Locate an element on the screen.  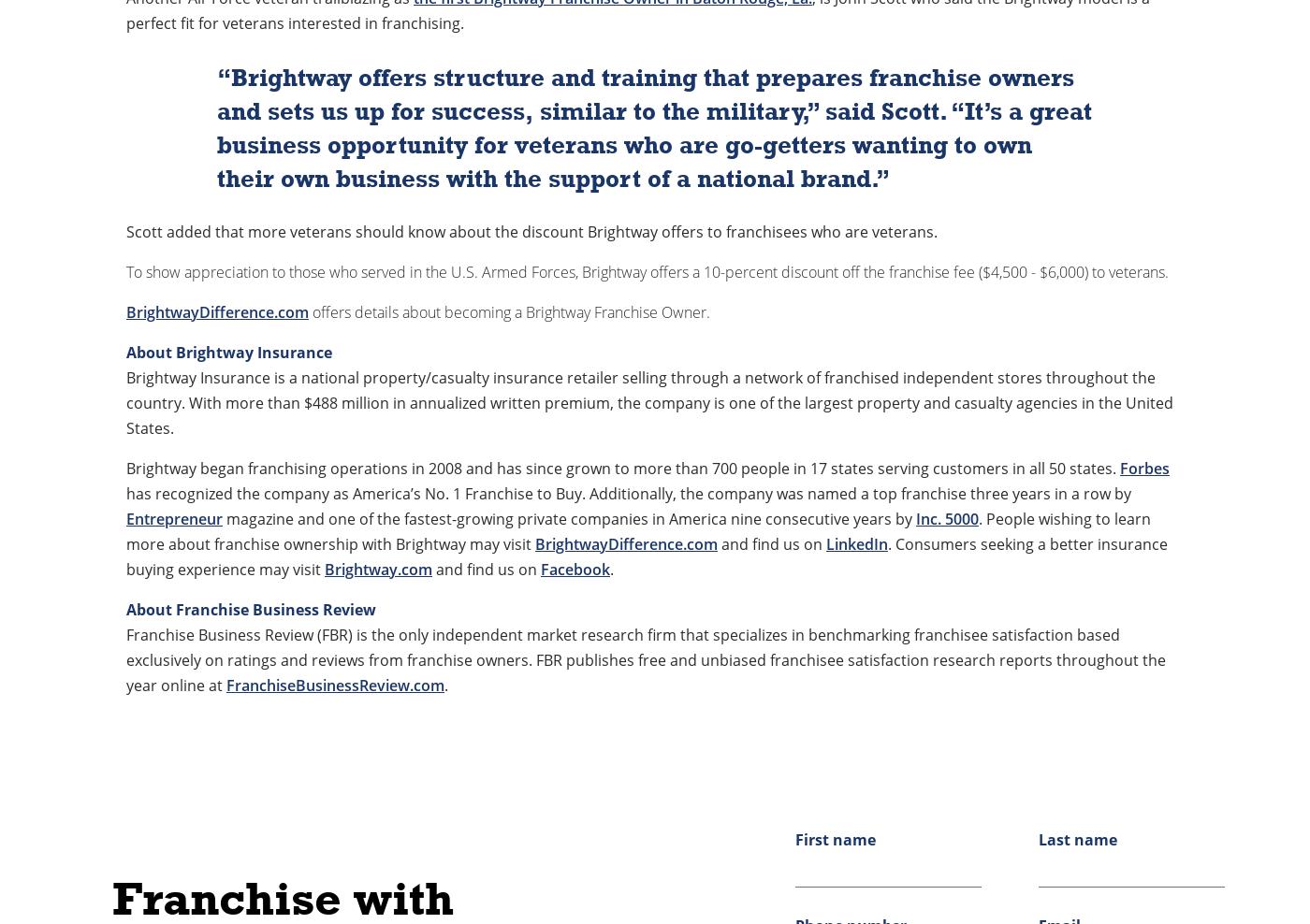
'Facebook' is located at coordinates (575, 569).